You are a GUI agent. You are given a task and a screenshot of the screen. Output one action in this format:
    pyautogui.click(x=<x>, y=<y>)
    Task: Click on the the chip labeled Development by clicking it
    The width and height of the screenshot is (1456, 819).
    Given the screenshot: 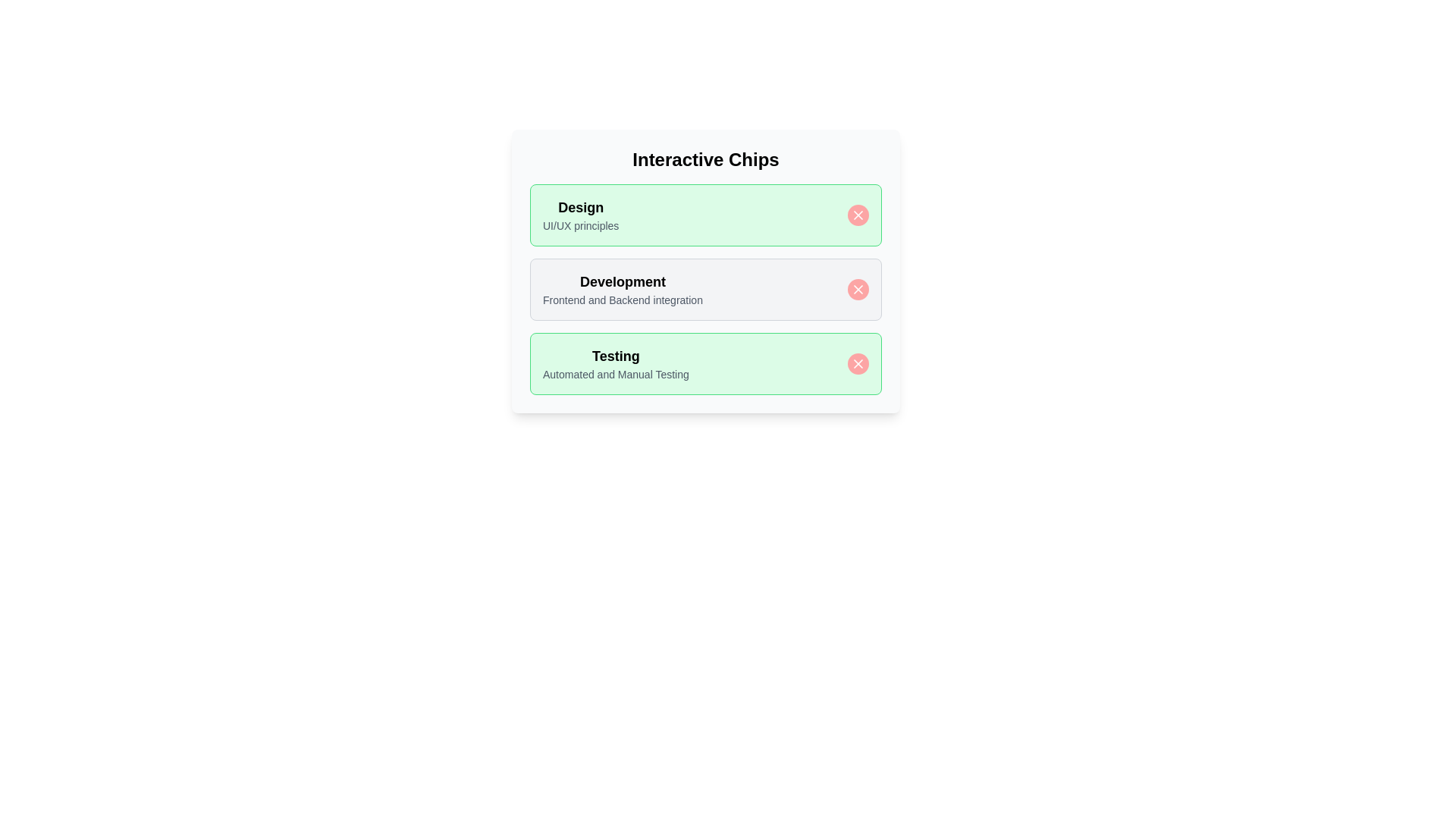 What is the action you would take?
    pyautogui.click(x=705, y=289)
    